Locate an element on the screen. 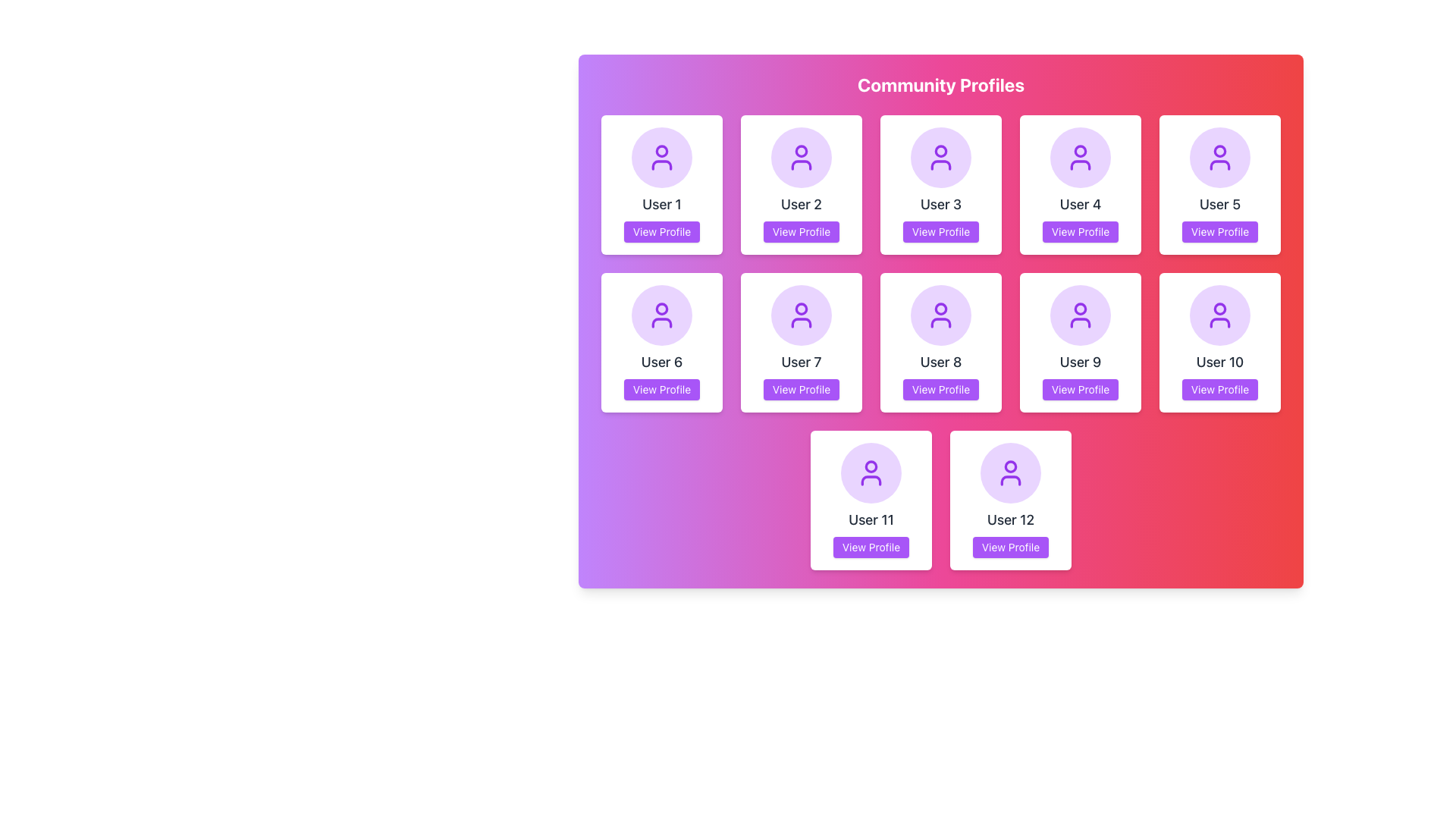  the user profile card for 'User 9' in the third row, first column of the Community Profiles panel is located at coordinates (1080, 342).